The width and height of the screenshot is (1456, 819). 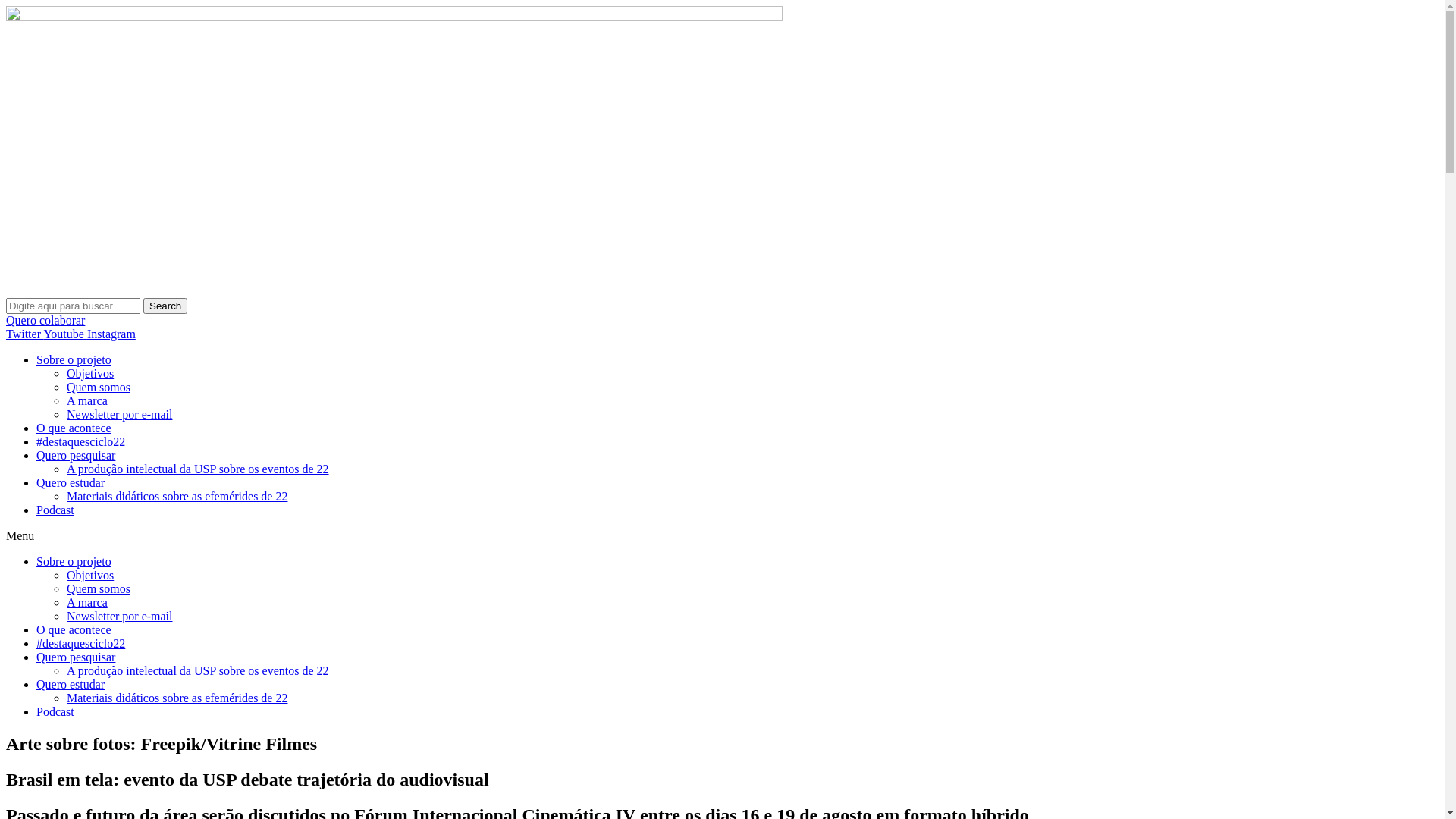 I want to click on 'Instagram', so click(x=86, y=333).